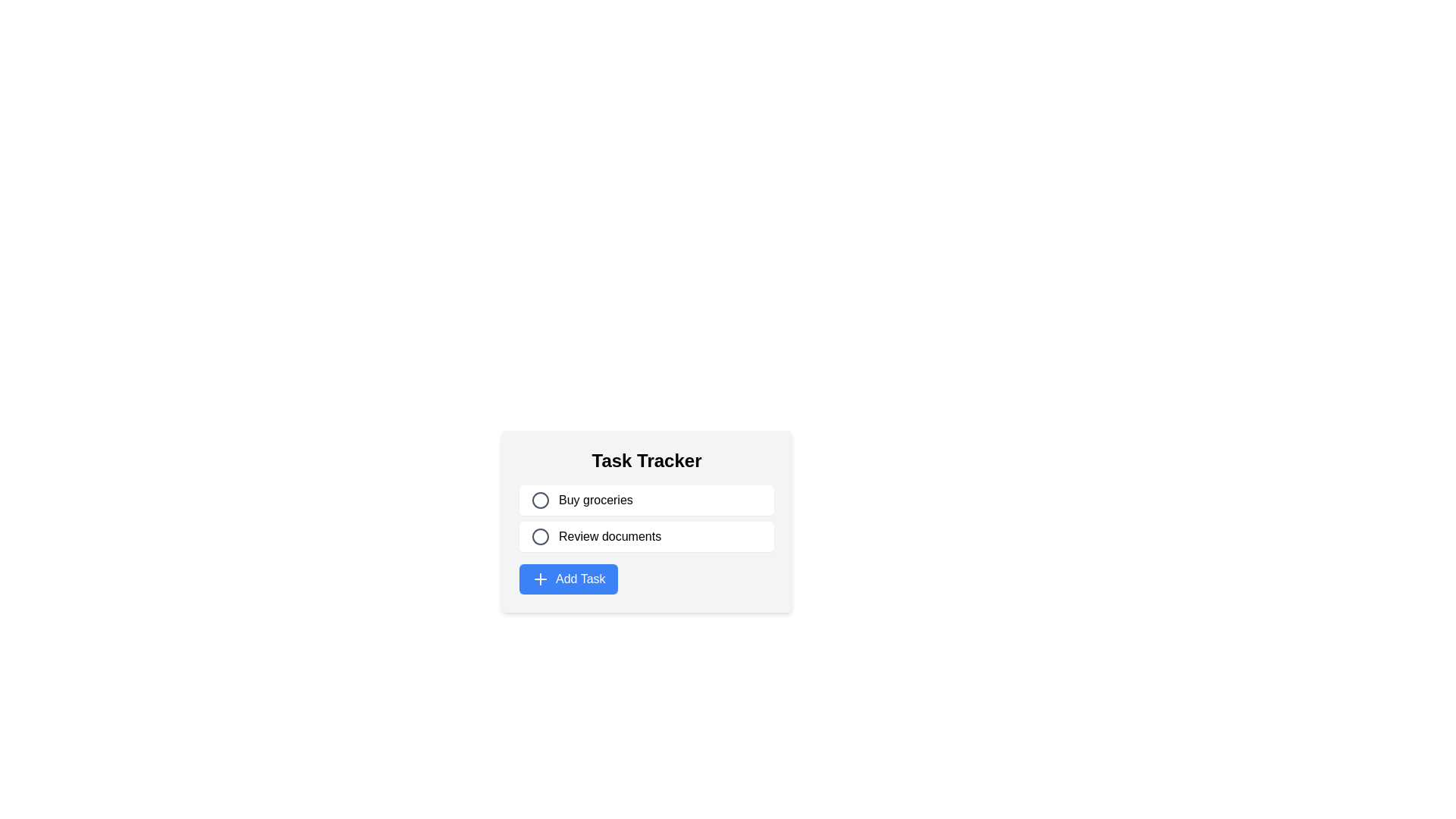 This screenshot has height=819, width=1456. I want to click on the 'Review documents' text label, which is styled in black sans-serif font and is the second task in the 'Task Tracker' list, so click(610, 536).